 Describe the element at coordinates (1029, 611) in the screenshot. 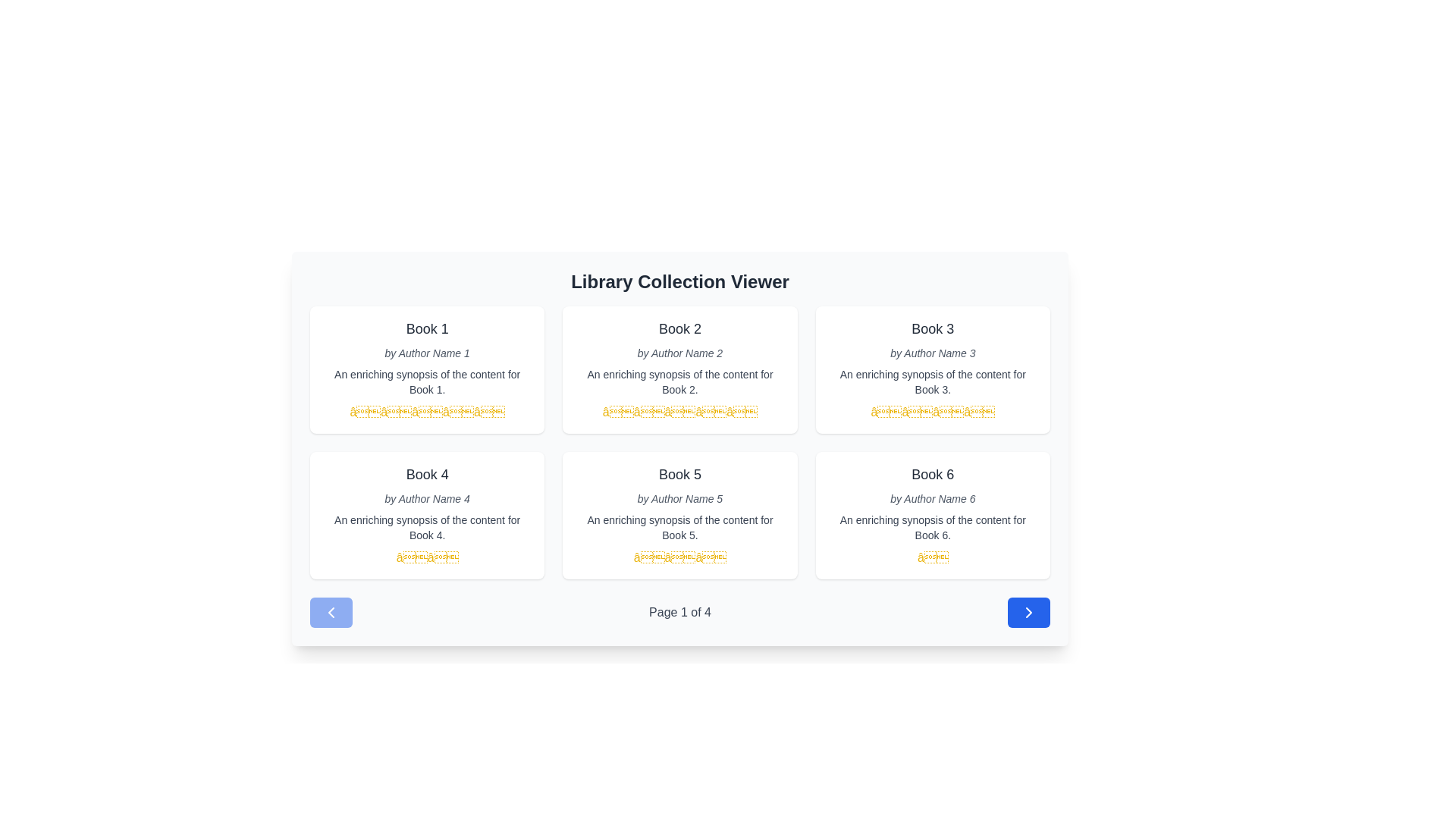

I see `the navigation icon embedded in the blue button located at the bottom right corner of the library collection viewer interface` at that location.